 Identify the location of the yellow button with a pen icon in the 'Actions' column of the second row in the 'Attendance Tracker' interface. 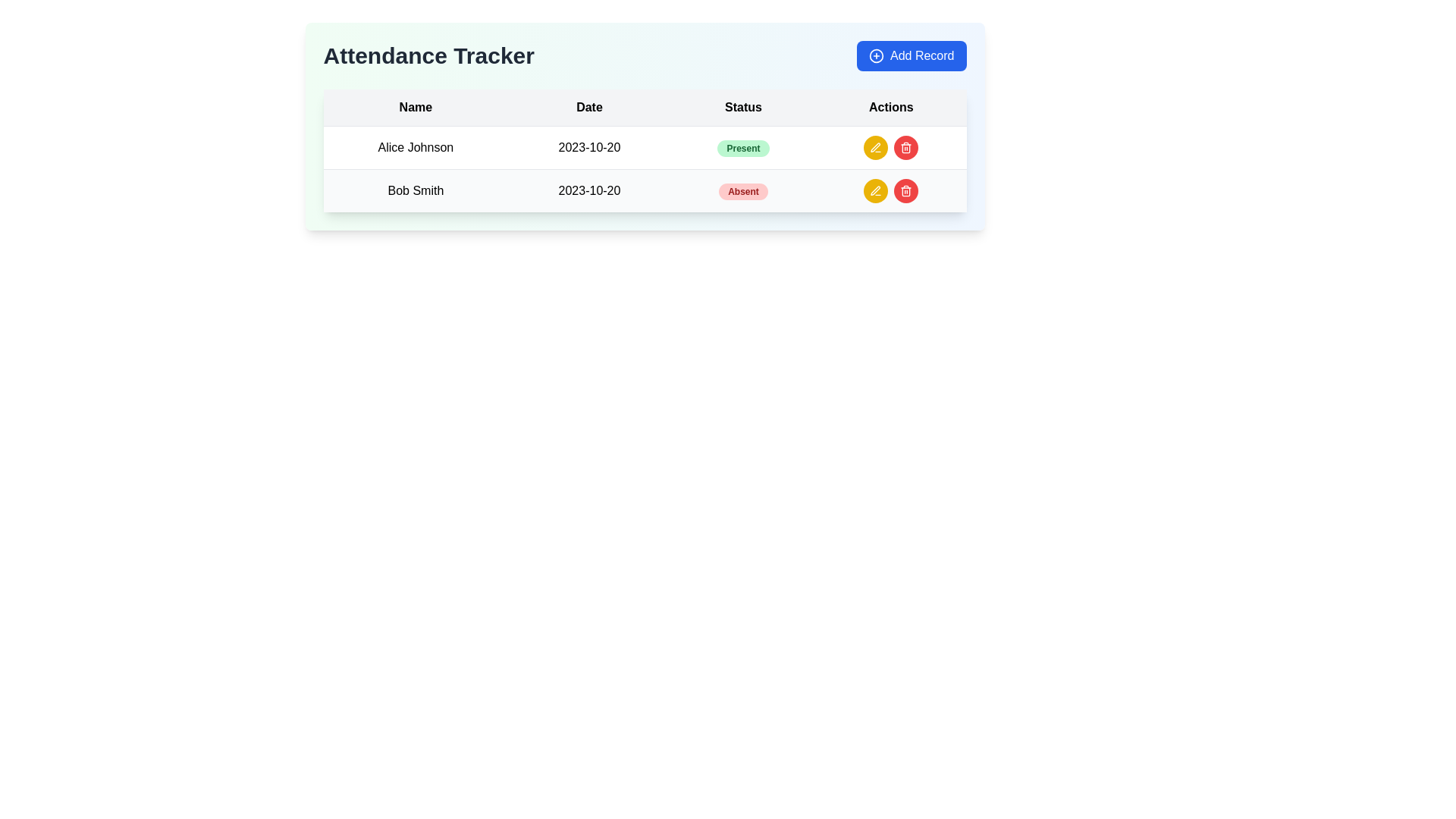
(876, 148).